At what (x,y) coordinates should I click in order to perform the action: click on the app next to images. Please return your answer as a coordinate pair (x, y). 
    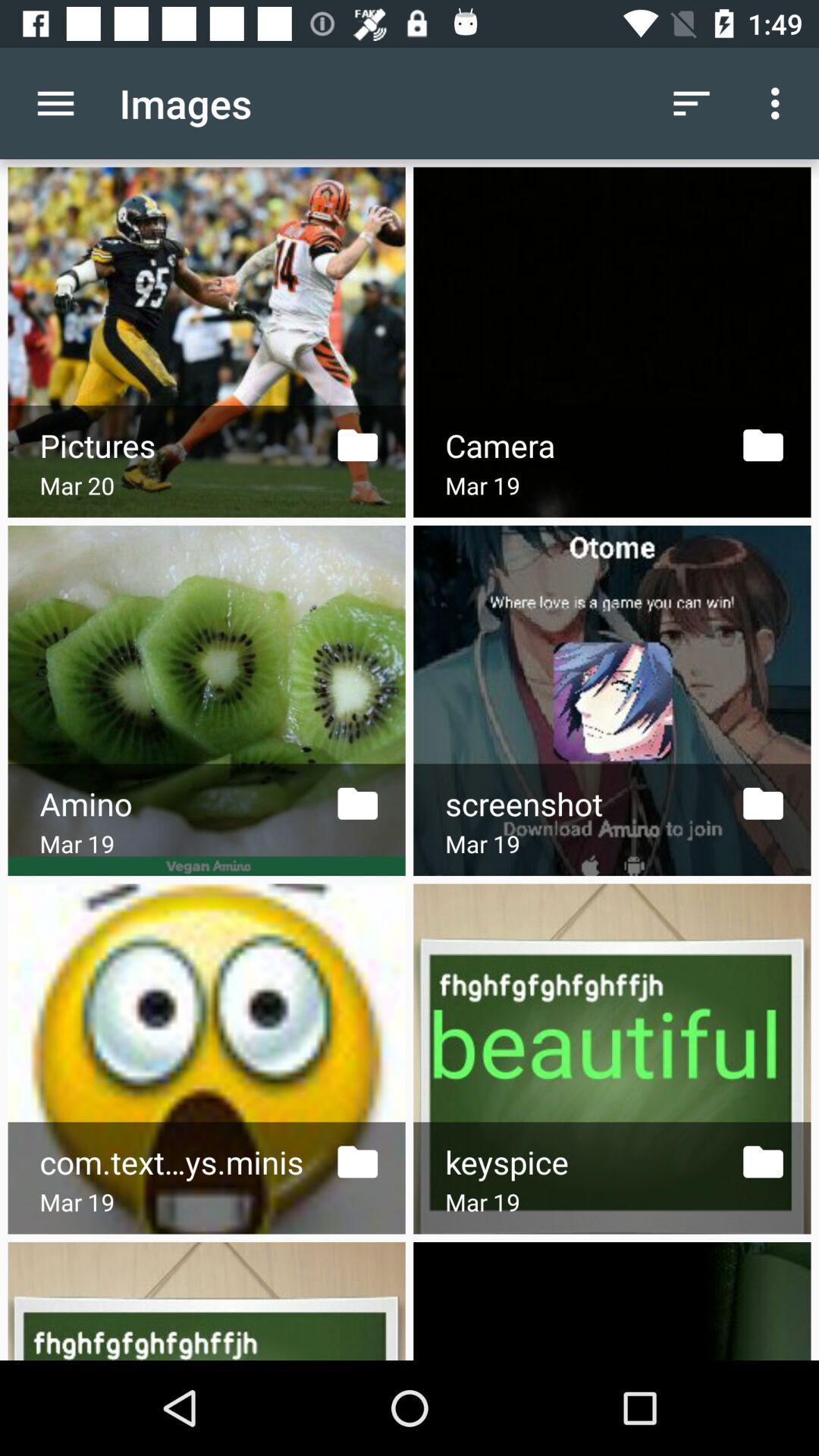
    Looking at the image, I should click on (691, 102).